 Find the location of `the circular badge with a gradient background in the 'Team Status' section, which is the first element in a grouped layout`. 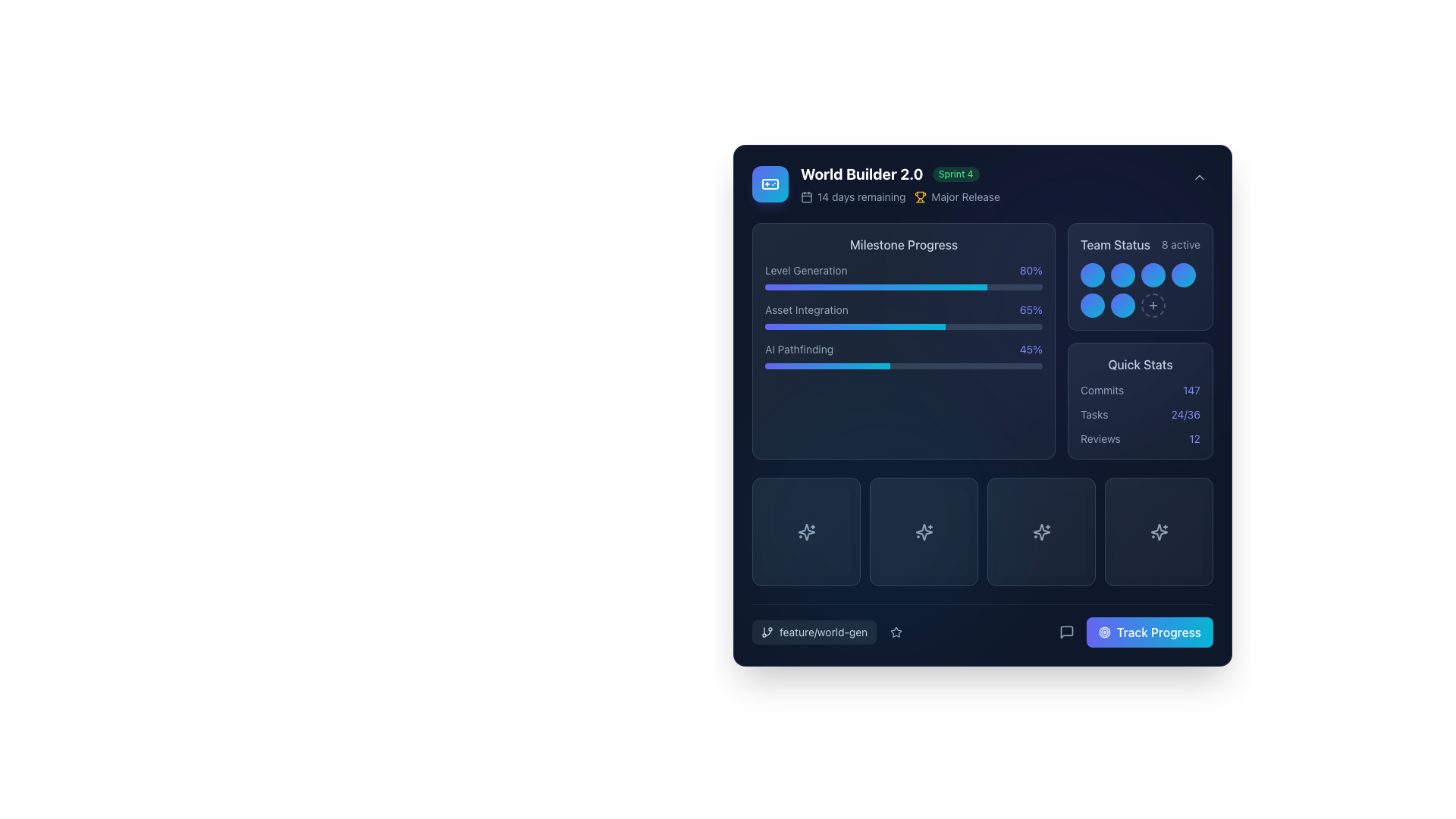

the circular badge with a gradient background in the 'Team Status' section, which is the first element in a grouped layout is located at coordinates (1092, 275).